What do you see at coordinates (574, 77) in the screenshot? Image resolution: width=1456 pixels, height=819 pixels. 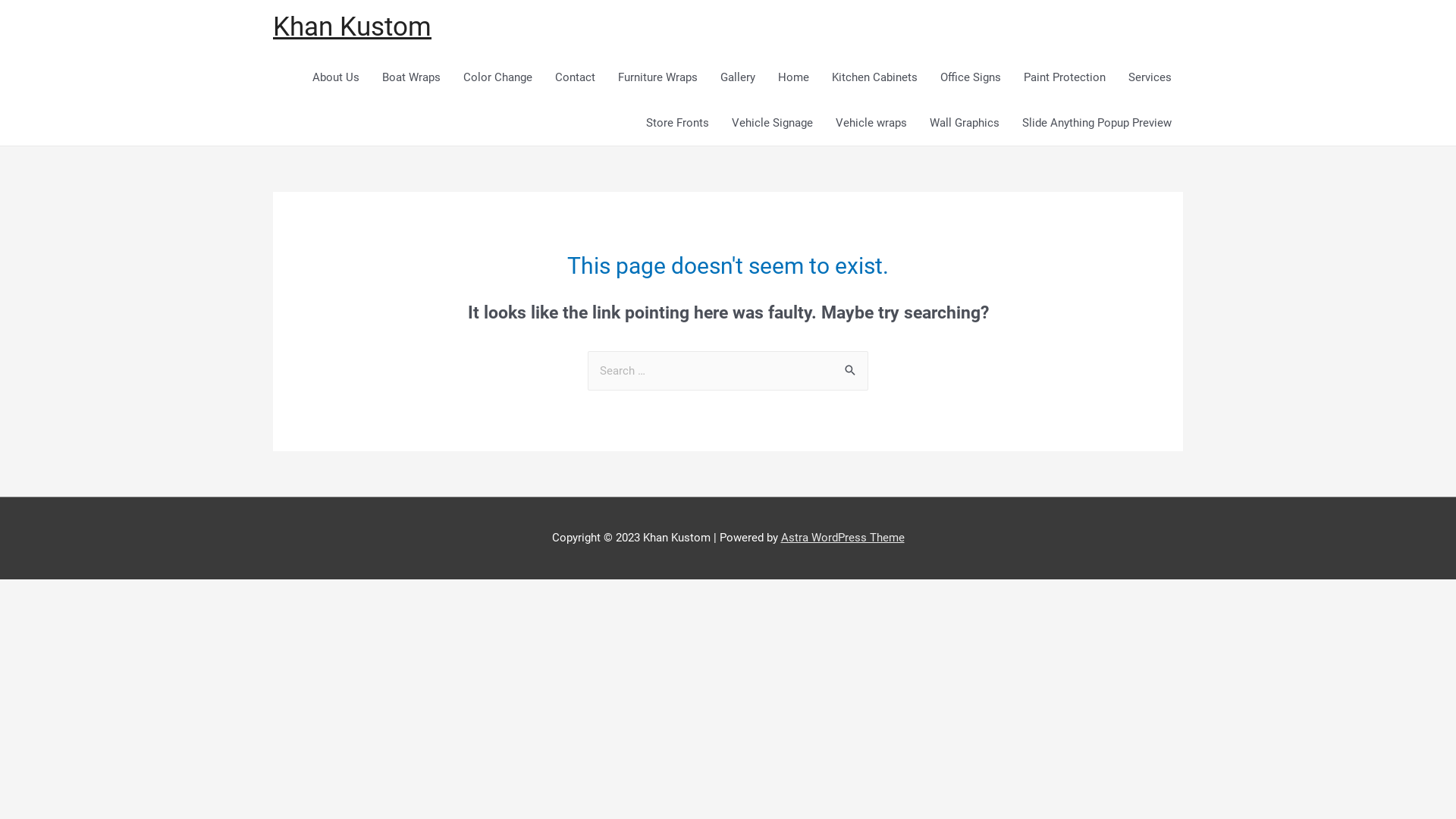 I see `'Contact'` at bounding box center [574, 77].